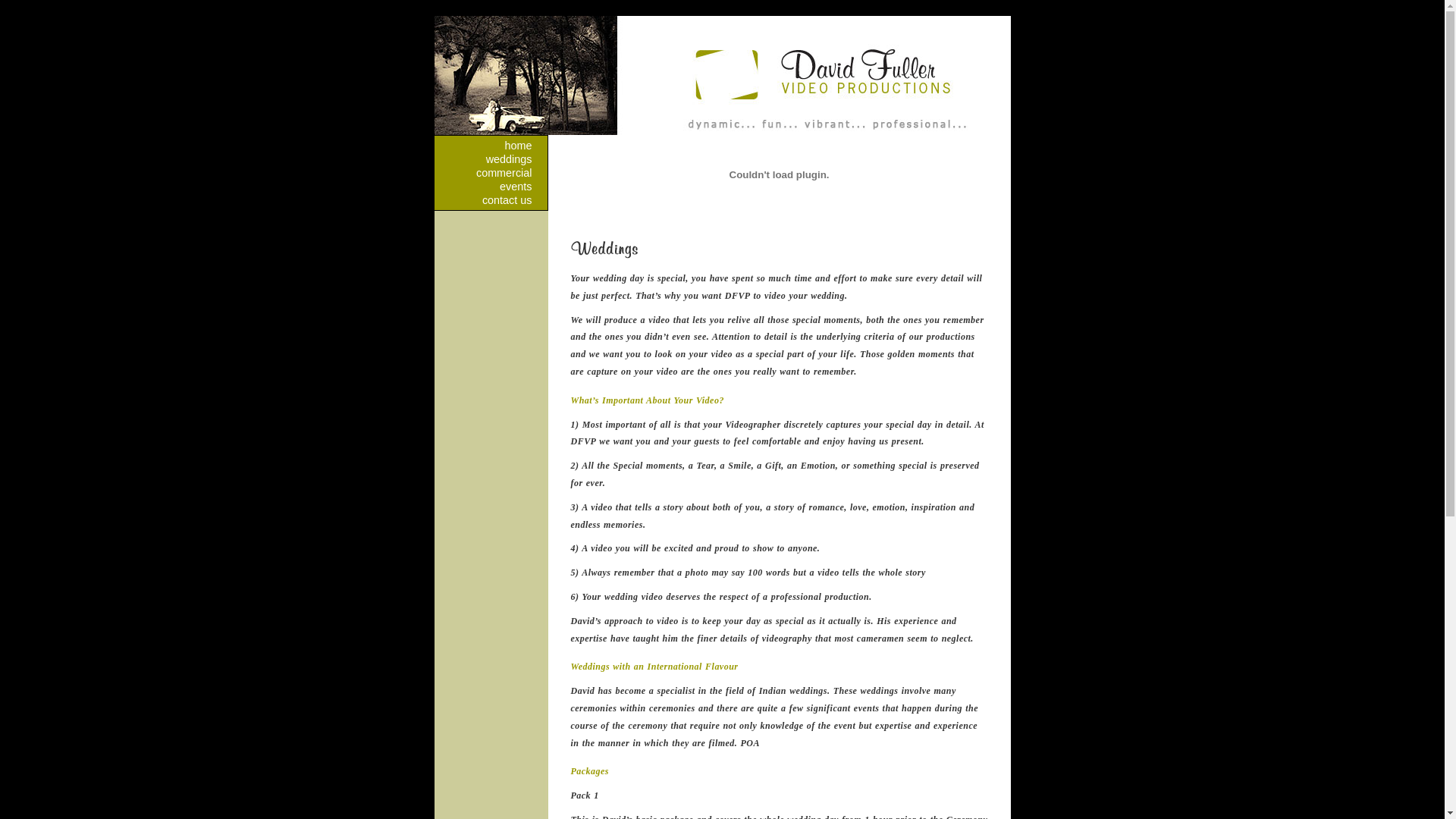 Image resolution: width=1456 pixels, height=819 pixels. What do you see at coordinates (546, 174) in the screenshot?
I see `'David Fuller Coomercial Photography'` at bounding box center [546, 174].